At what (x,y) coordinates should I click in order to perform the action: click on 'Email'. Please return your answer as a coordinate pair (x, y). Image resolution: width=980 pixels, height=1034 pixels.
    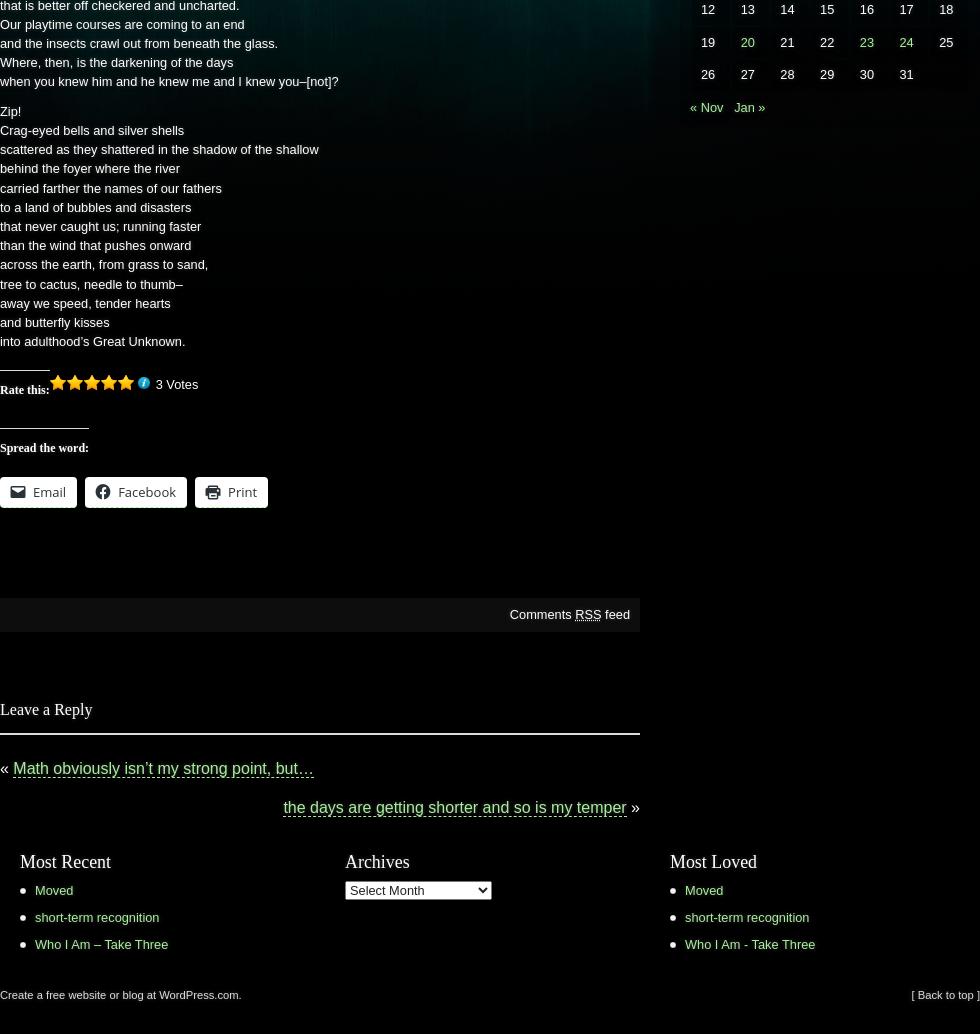
    Looking at the image, I should click on (49, 490).